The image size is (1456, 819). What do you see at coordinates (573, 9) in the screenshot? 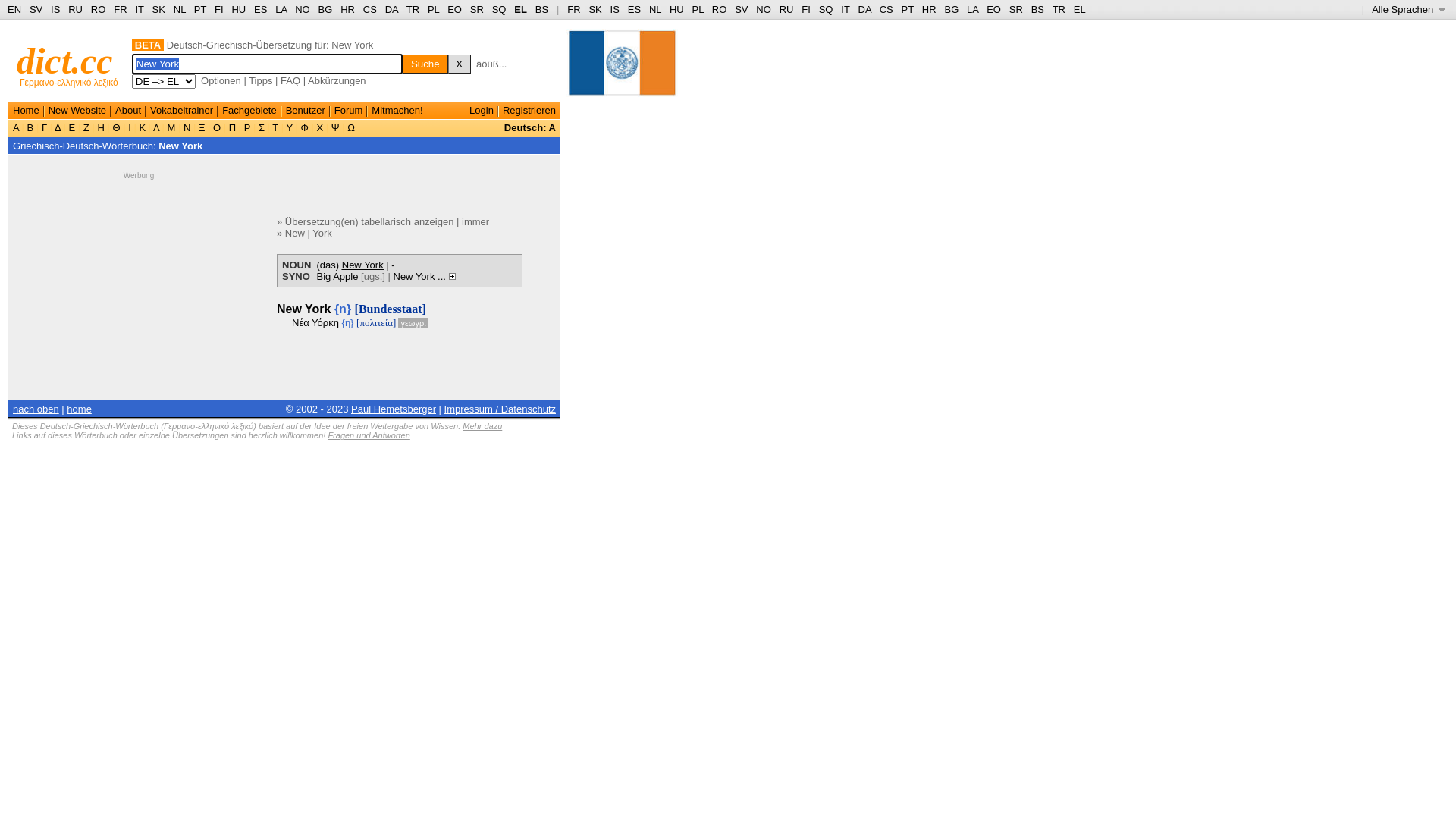
I see `'FR'` at bounding box center [573, 9].